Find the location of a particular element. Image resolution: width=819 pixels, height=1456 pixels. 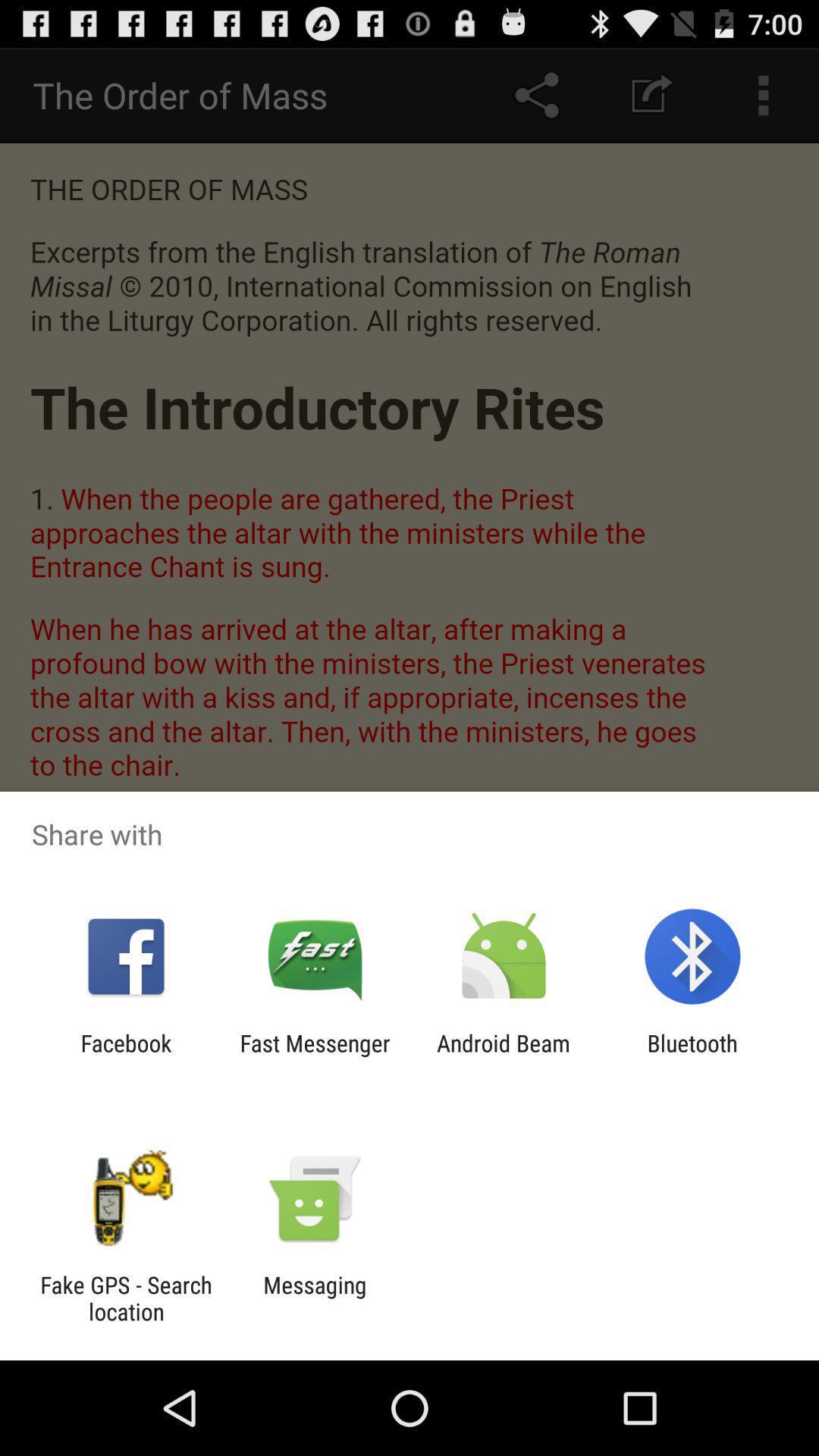

fake gps search item is located at coordinates (125, 1298).